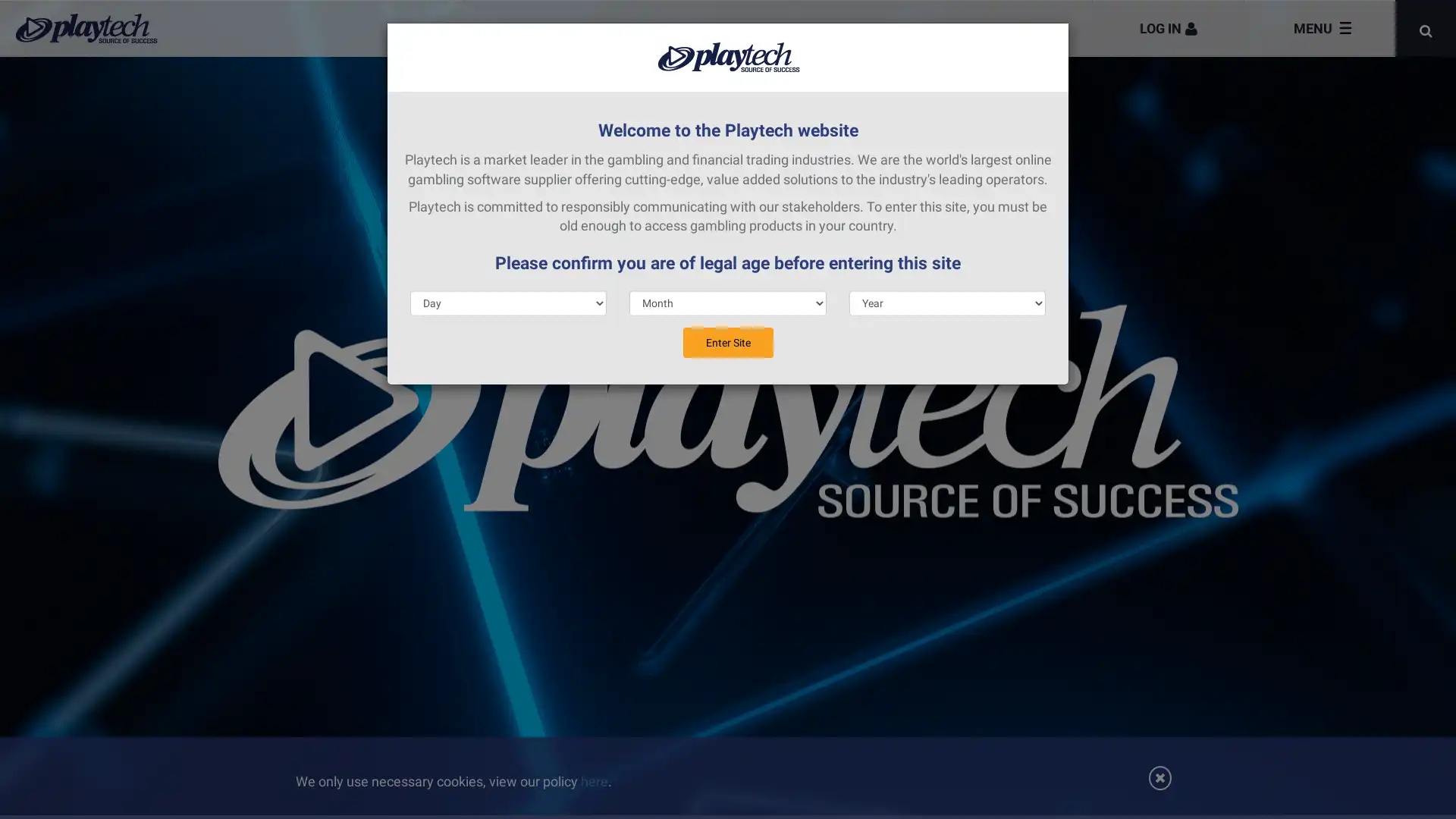 This screenshot has width=1456, height=819. Describe the element at coordinates (726, 342) in the screenshot. I see `Enter Site` at that location.